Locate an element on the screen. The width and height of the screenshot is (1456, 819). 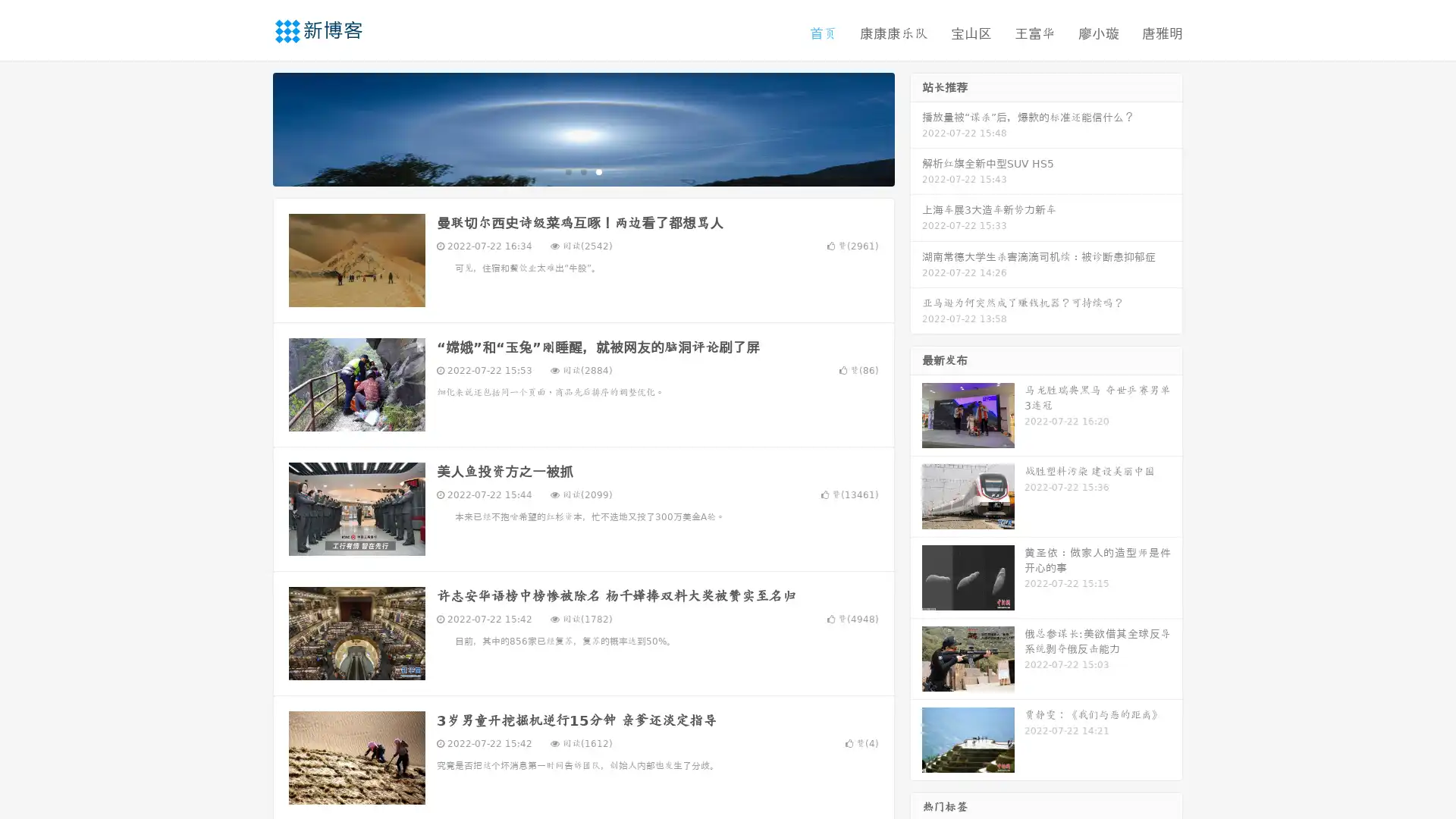
Go to slide 1 is located at coordinates (567, 171).